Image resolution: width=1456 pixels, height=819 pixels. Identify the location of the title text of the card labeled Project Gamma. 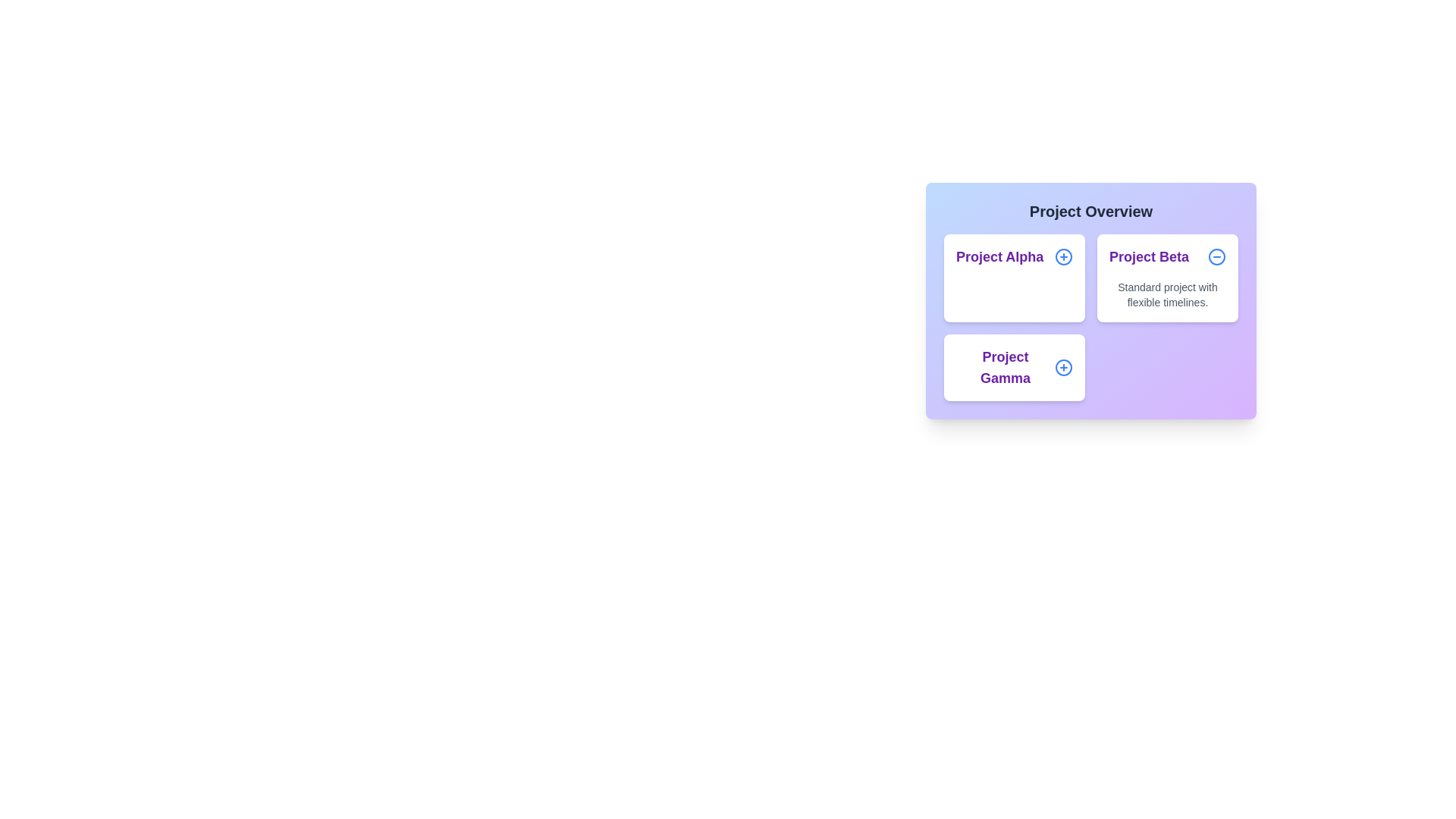
(1015, 368).